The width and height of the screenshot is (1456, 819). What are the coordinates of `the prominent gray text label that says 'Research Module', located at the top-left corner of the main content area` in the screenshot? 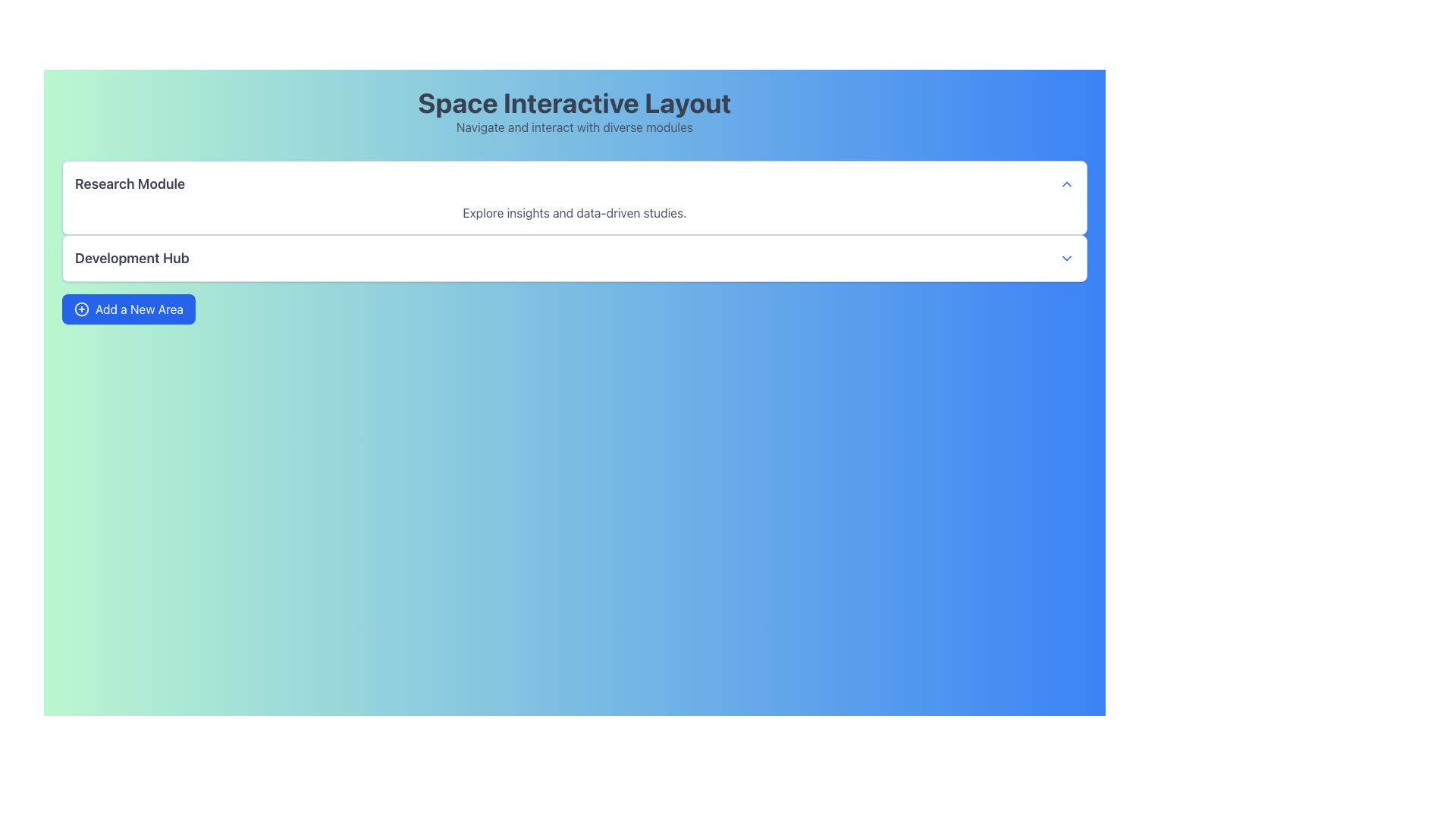 It's located at (130, 184).